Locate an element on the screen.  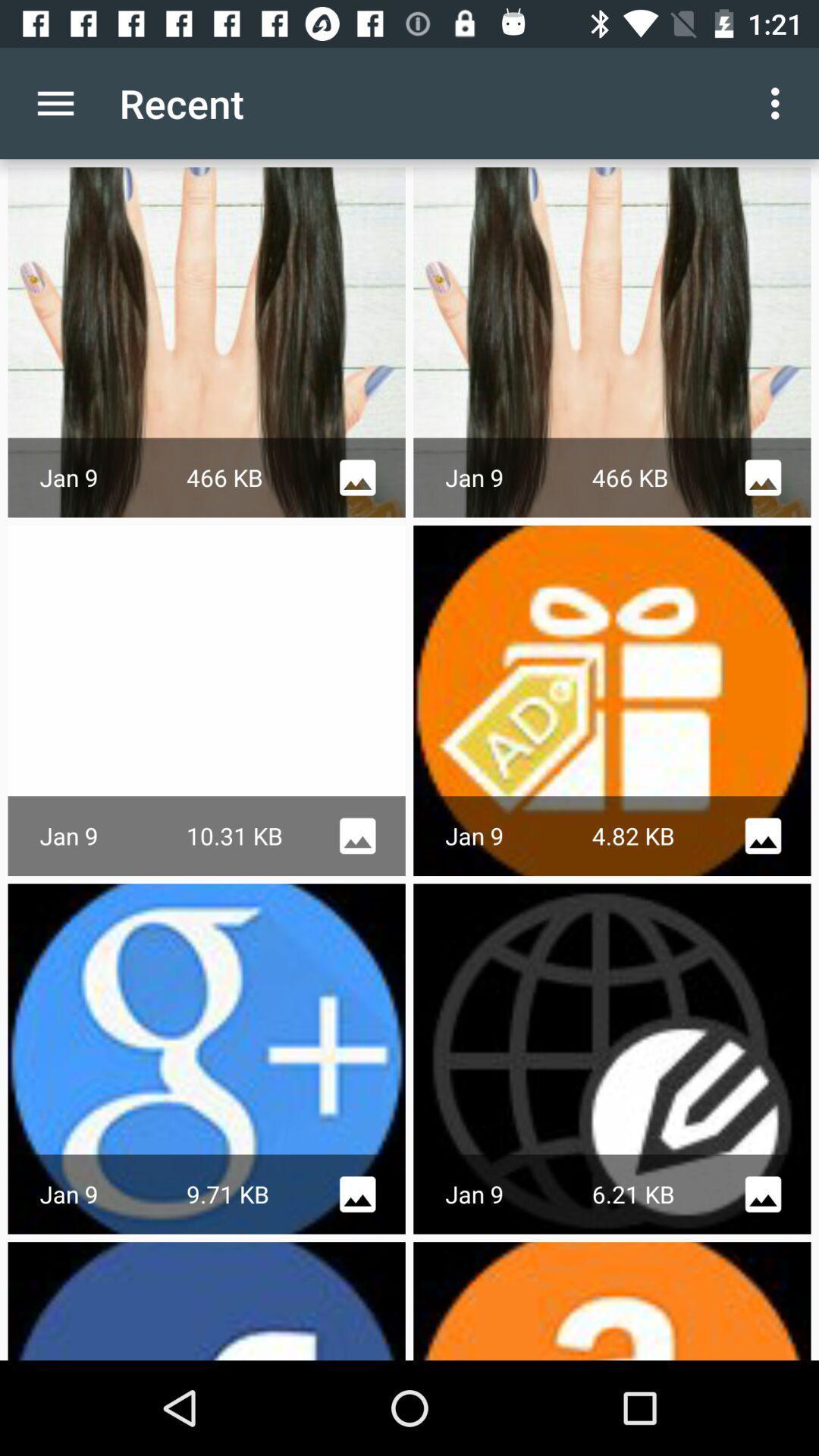
app to the right of the recent item is located at coordinates (779, 102).